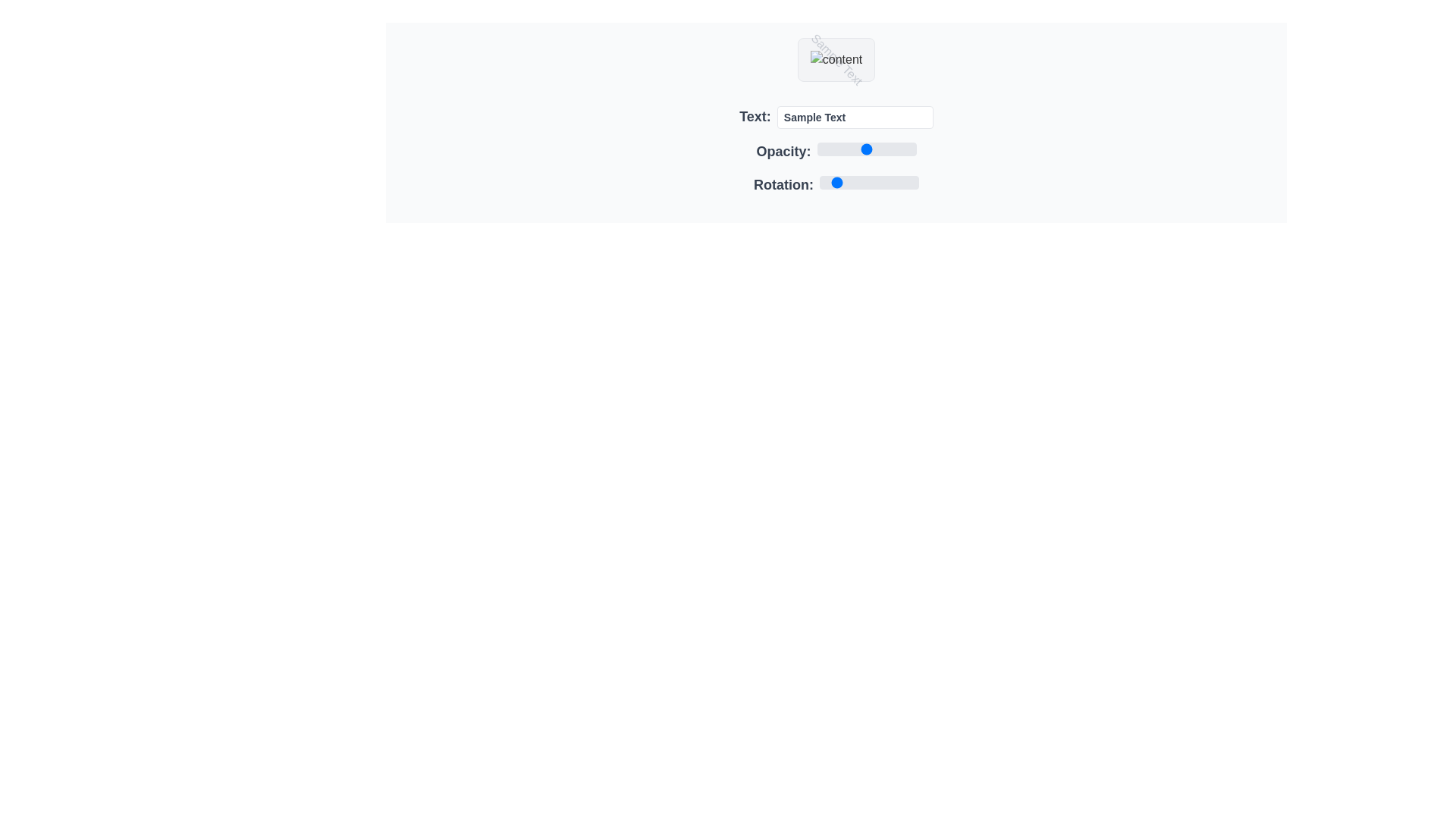  I want to click on rotation, so click(910, 181).